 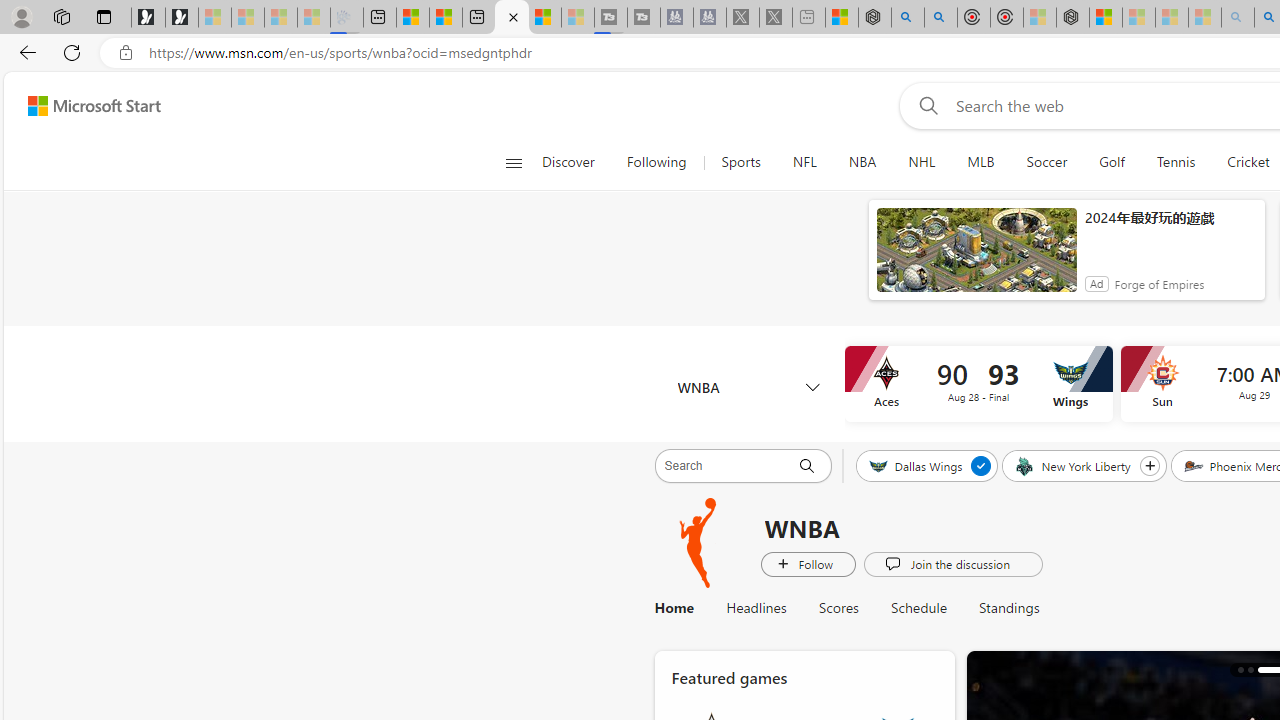 What do you see at coordinates (839, 607) in the screenshot?
I see `'Scores'` at bounding box center [839, 607].